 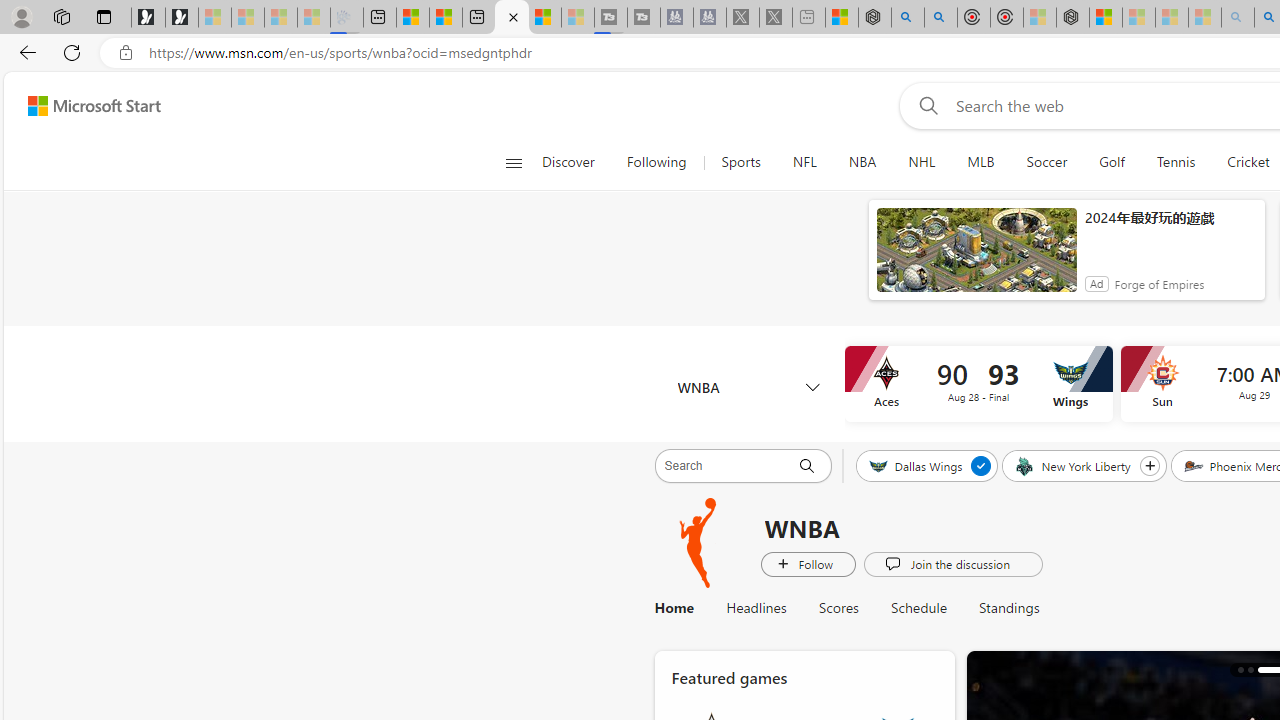 What do you see at coordinates (839, 607) in the screenshot?
I see `'Scores'` at bounding box center [839, 607].